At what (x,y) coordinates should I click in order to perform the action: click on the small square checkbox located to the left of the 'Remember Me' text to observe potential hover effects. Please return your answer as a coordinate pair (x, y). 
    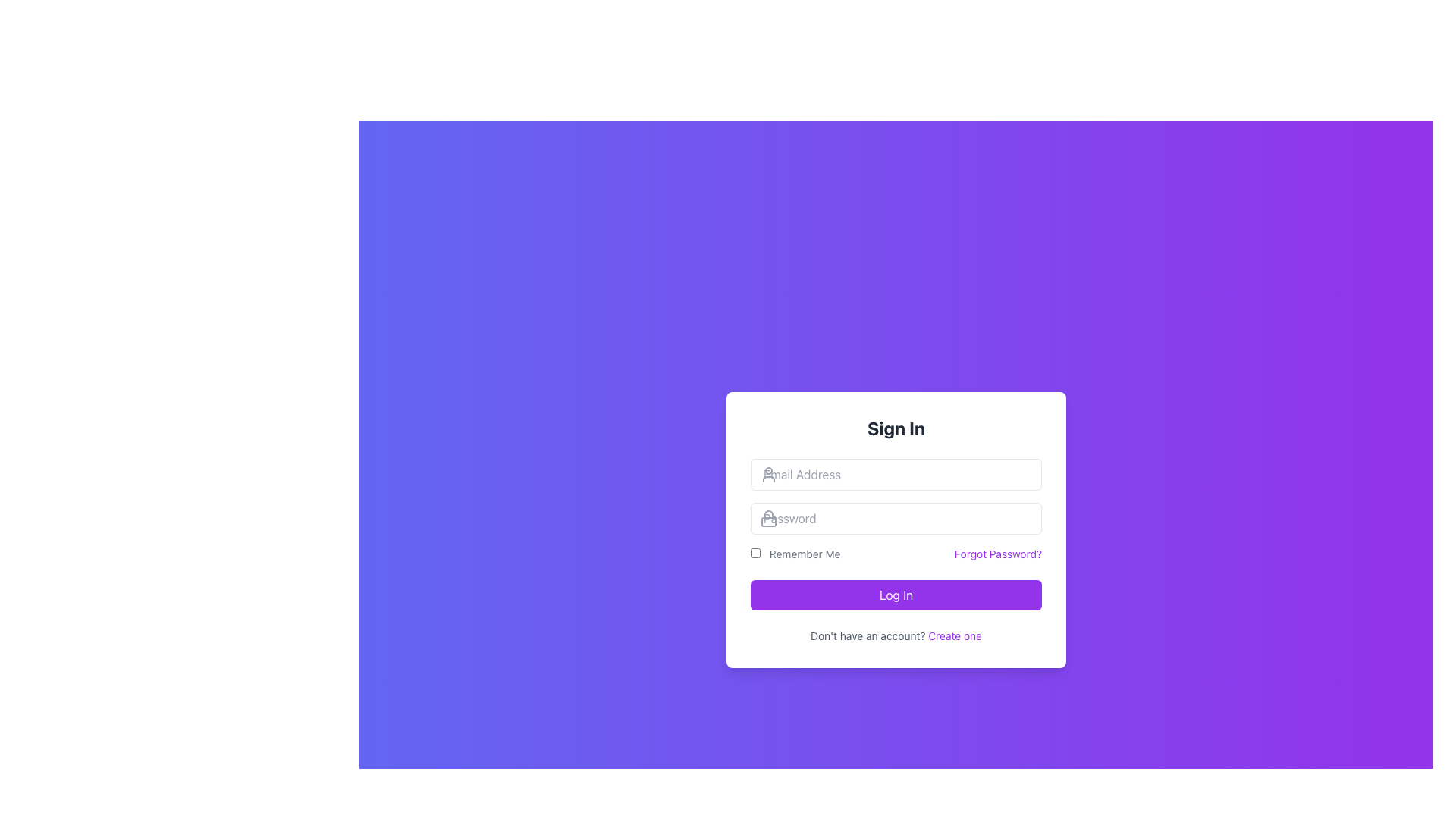
    Looking at the image, I should click on (755, 553).